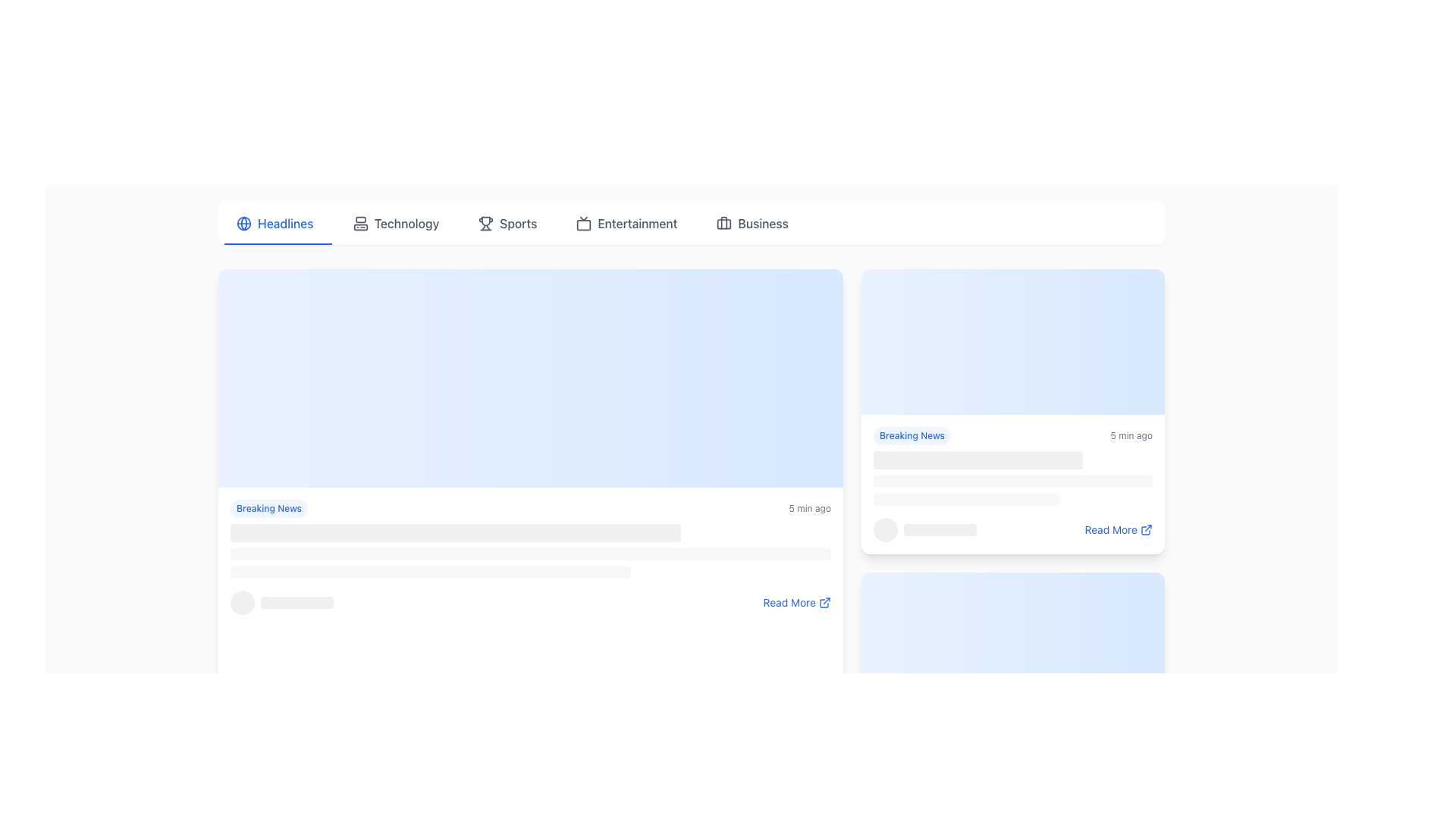 This screenshot has height=819, width=1456. I want to click on the 'Headlines' label in the navigation bar, so click(285, 223).